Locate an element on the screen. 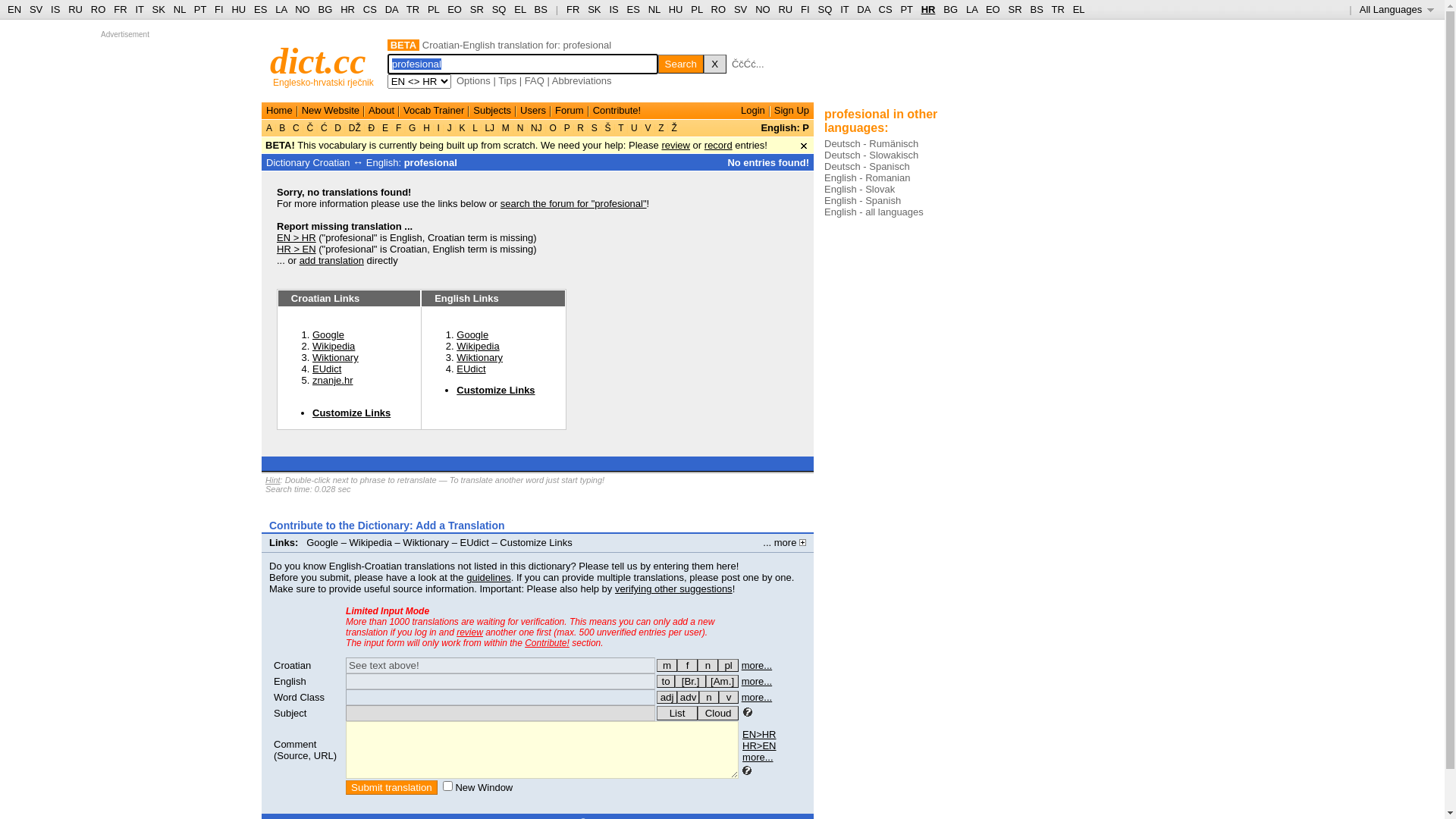  'IS' is located at coordinates (608, 9).